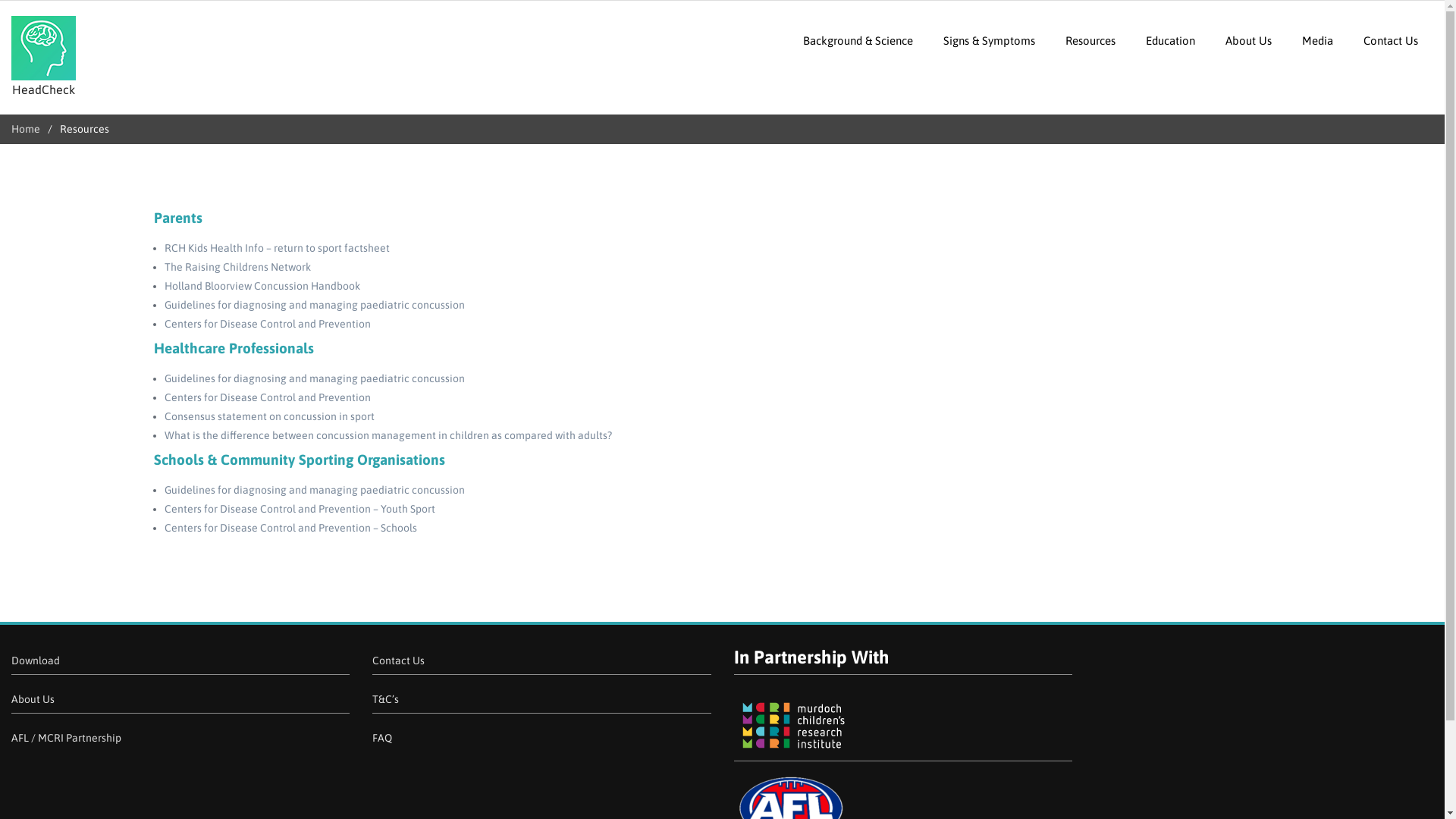 This screenshot has height=819, width=1456. Describe the element at coordinates (268, 416) in the screenshot. I see `'Consensus statement on concussion in sport'` at that location.